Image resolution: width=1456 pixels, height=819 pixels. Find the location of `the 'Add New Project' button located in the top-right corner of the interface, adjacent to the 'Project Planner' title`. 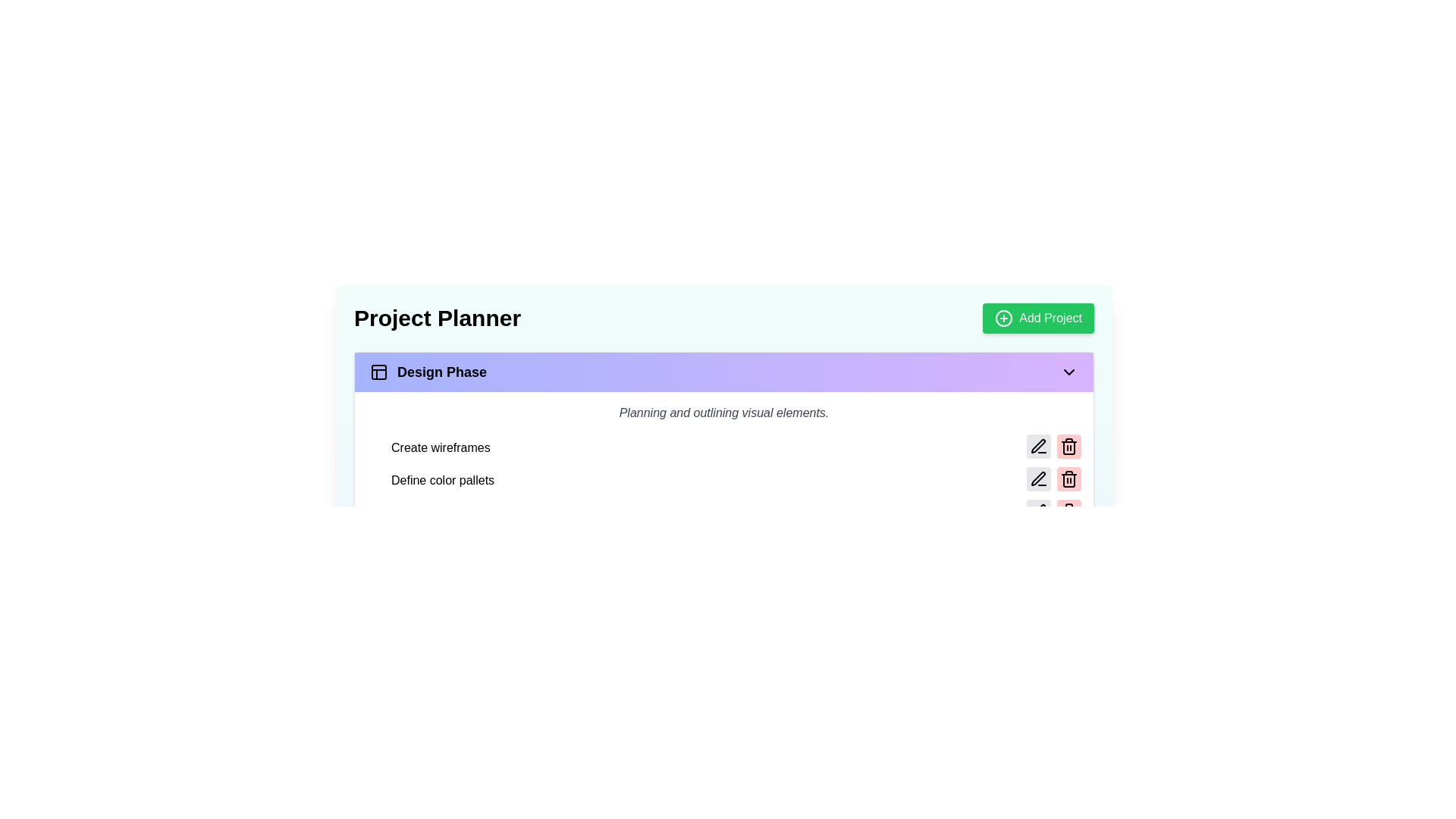

the 'Add New Project' button located in the top-right corner of the interface, adjacent to the 'Project Planner' title is located at coordinates (1037, 318).